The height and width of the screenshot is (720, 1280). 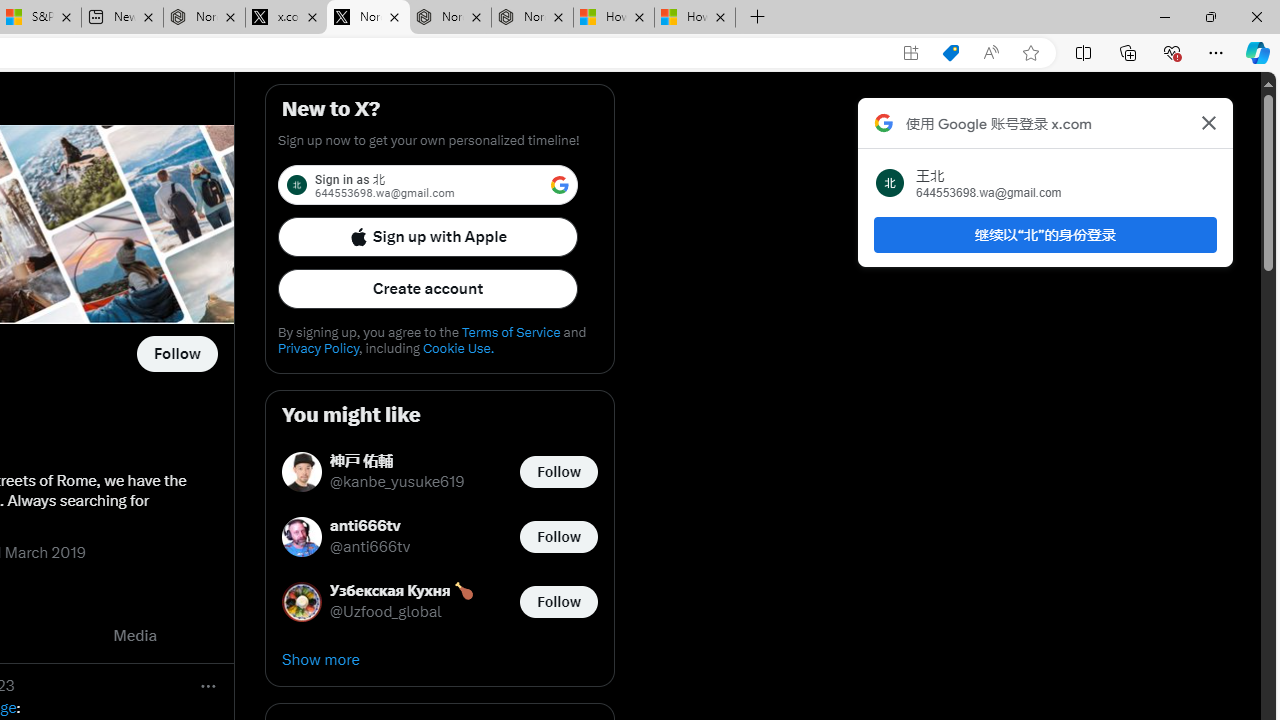 I want to click on 'Cookie Use.', so click(x=457, y=347).